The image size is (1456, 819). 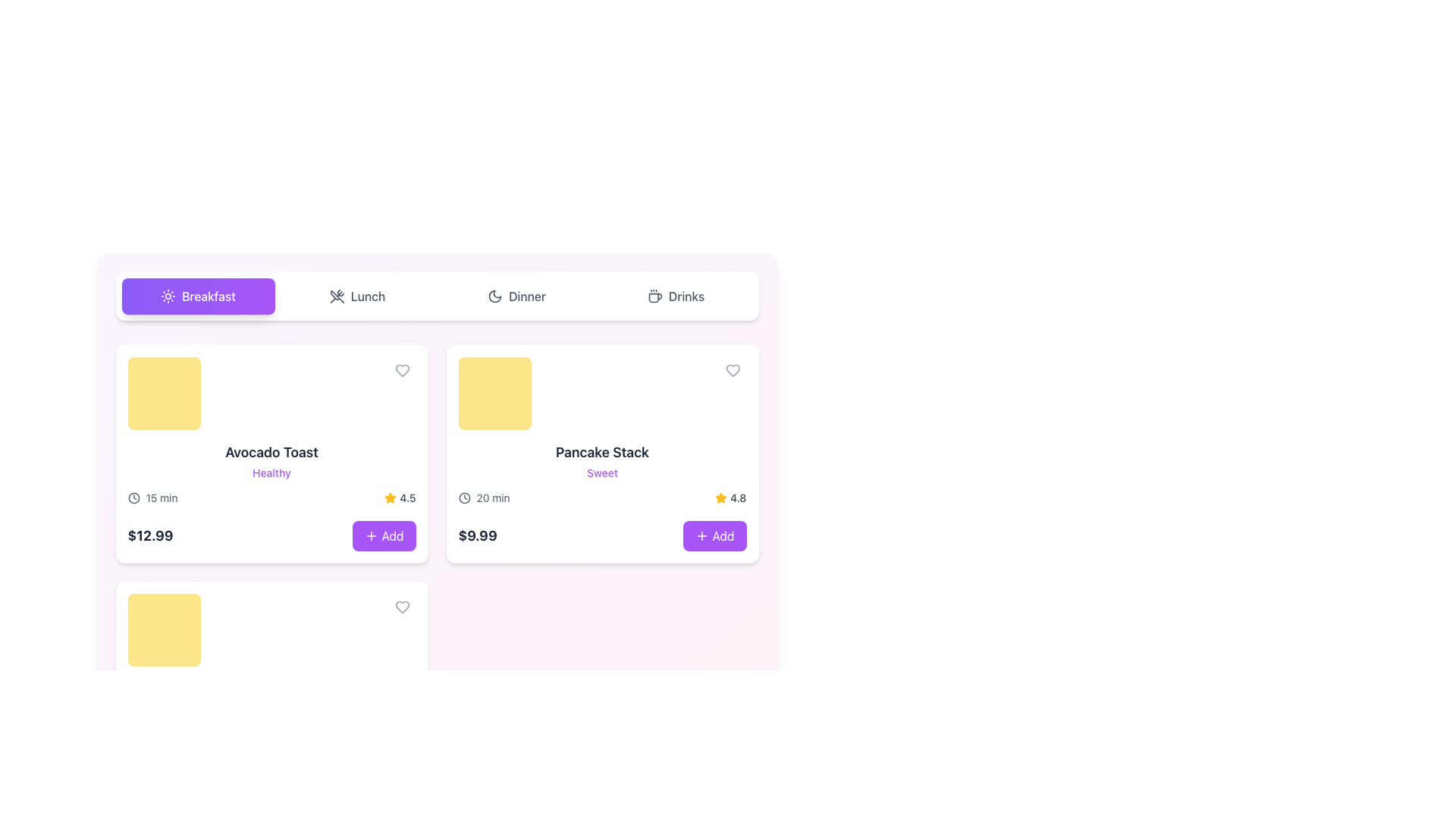 I want to click on the 'Lunch' button in the horizontal menu to activate hover effects, so click(x=356, y=296).